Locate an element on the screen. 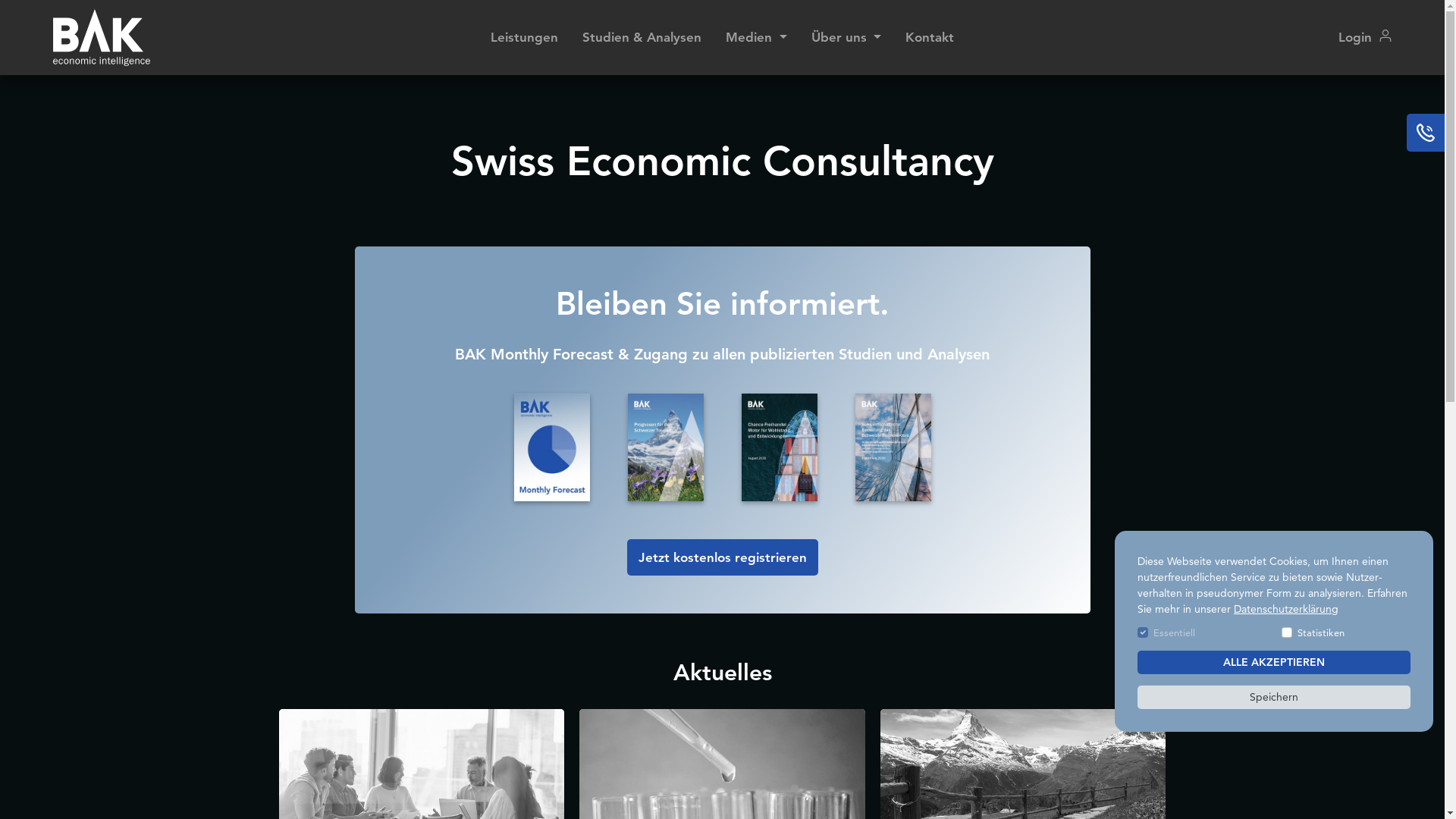 Image resolution: width=1456 pixels, height=819 pixels. 'Jetzt kostenlos registrieren' is located at coordinates (720, 557).